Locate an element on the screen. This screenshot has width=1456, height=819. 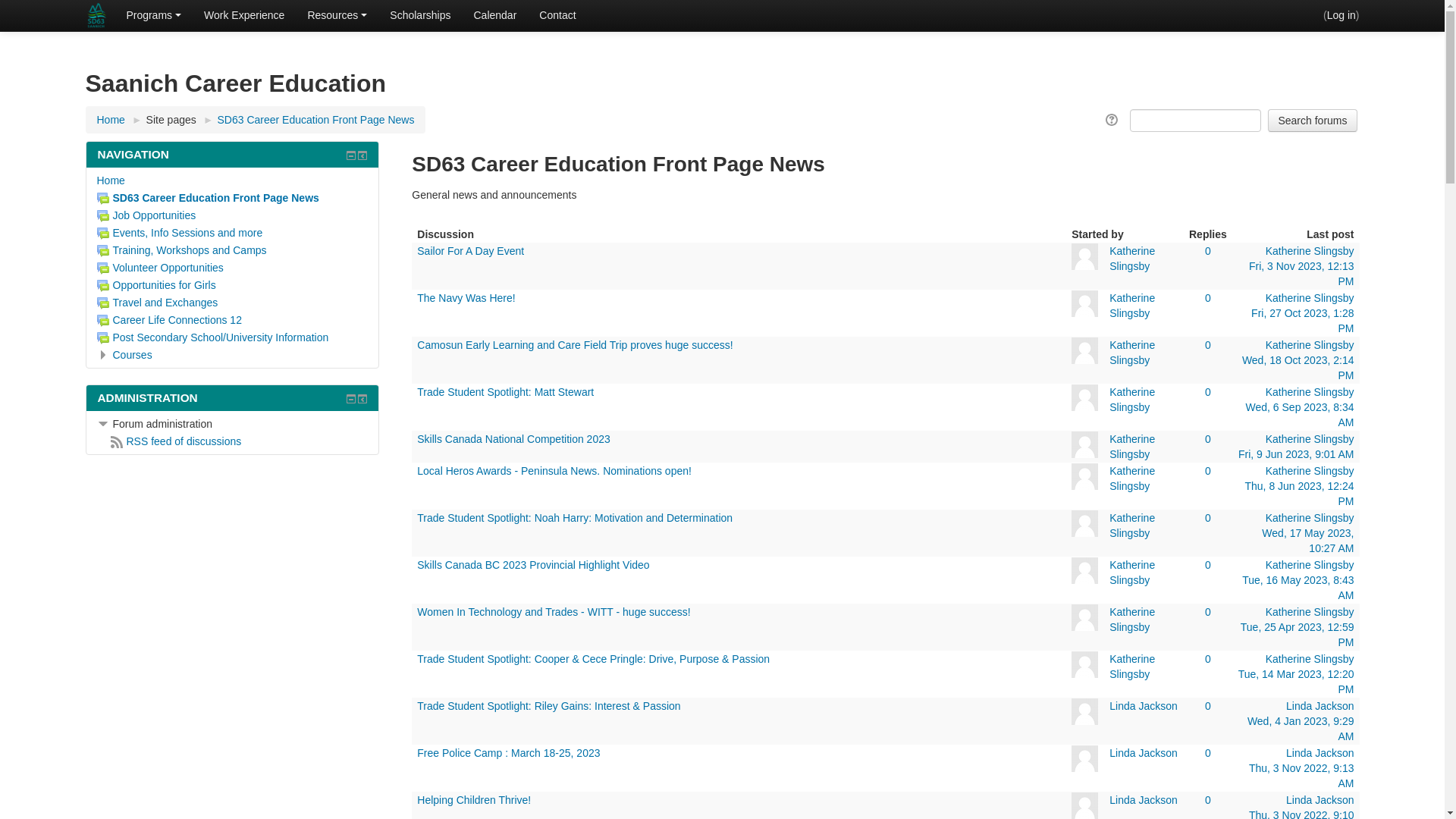
'Trade Student Spotlight: Riley Gains: Interest & Passion' is located at coordinates (548, 705).